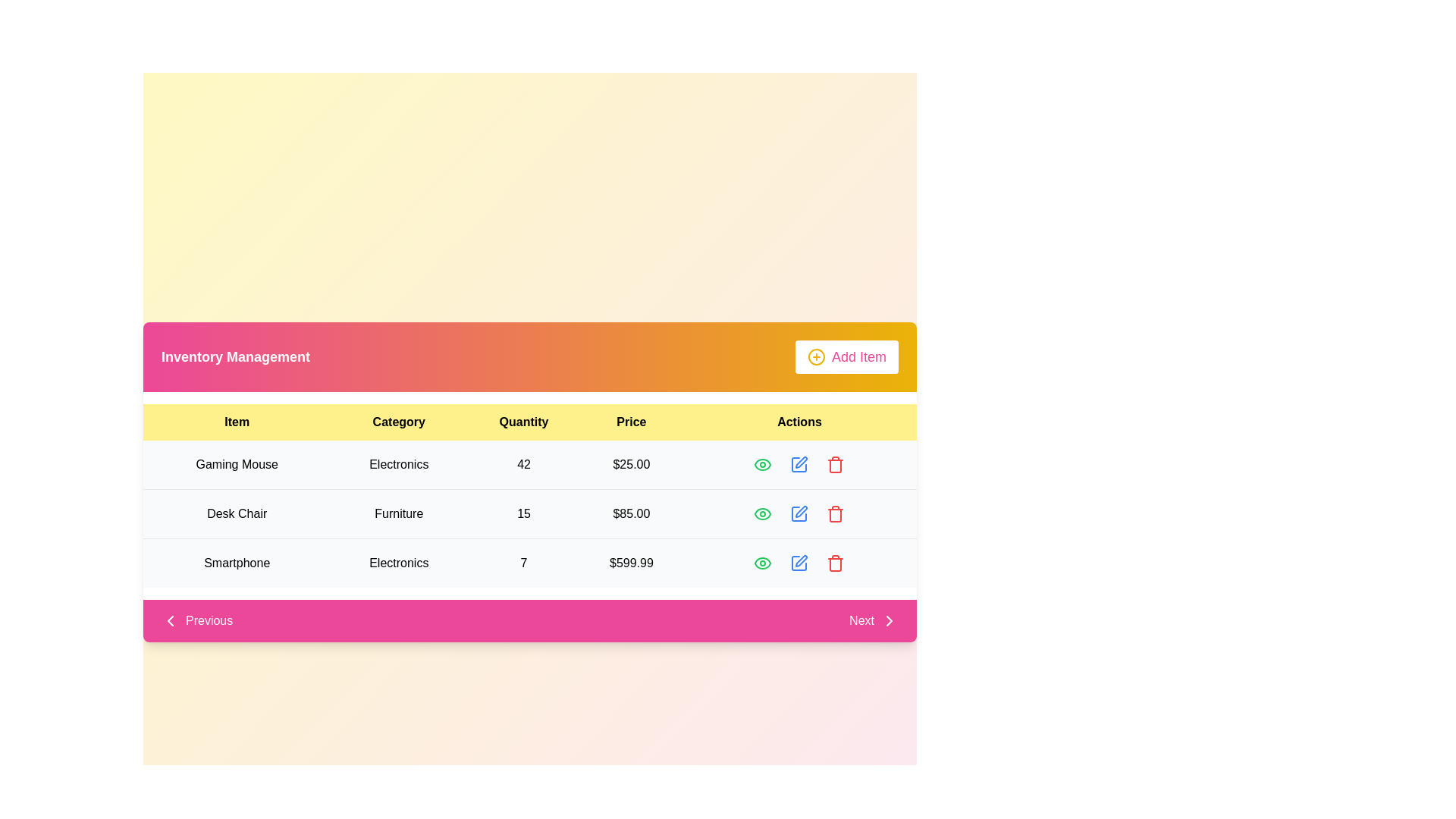 Image resolution: width=1456 pixels, height=819 pixels. I want to click on the green eye-shaped icon in the 'Actions' column of the first row of the table, so click(763, 464).